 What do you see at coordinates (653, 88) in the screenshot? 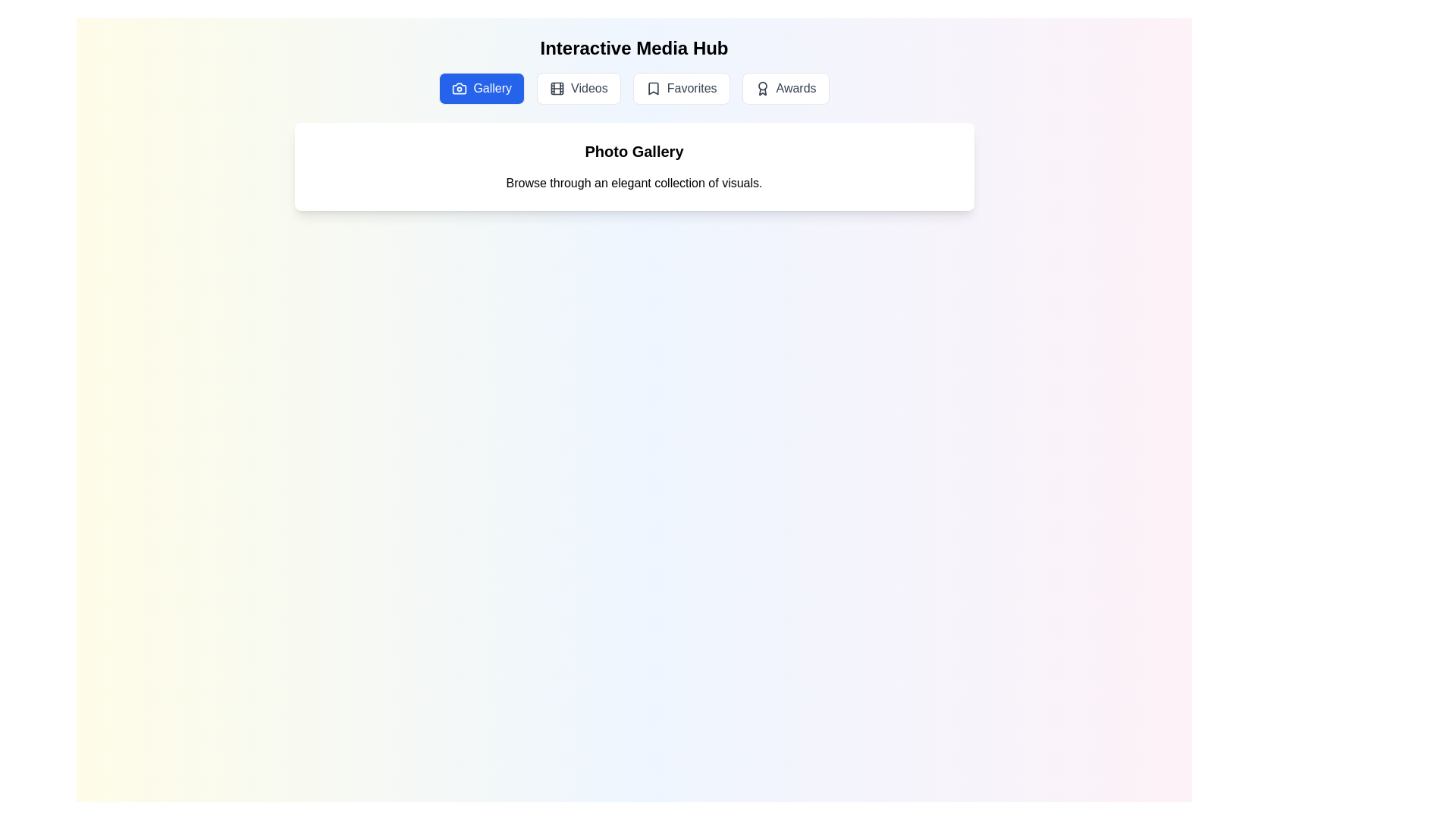
I see `the decorative 'Favorites' icon within the SVG structure located in the top central part of the navigation toolbar` at bounding box center [653, 88].